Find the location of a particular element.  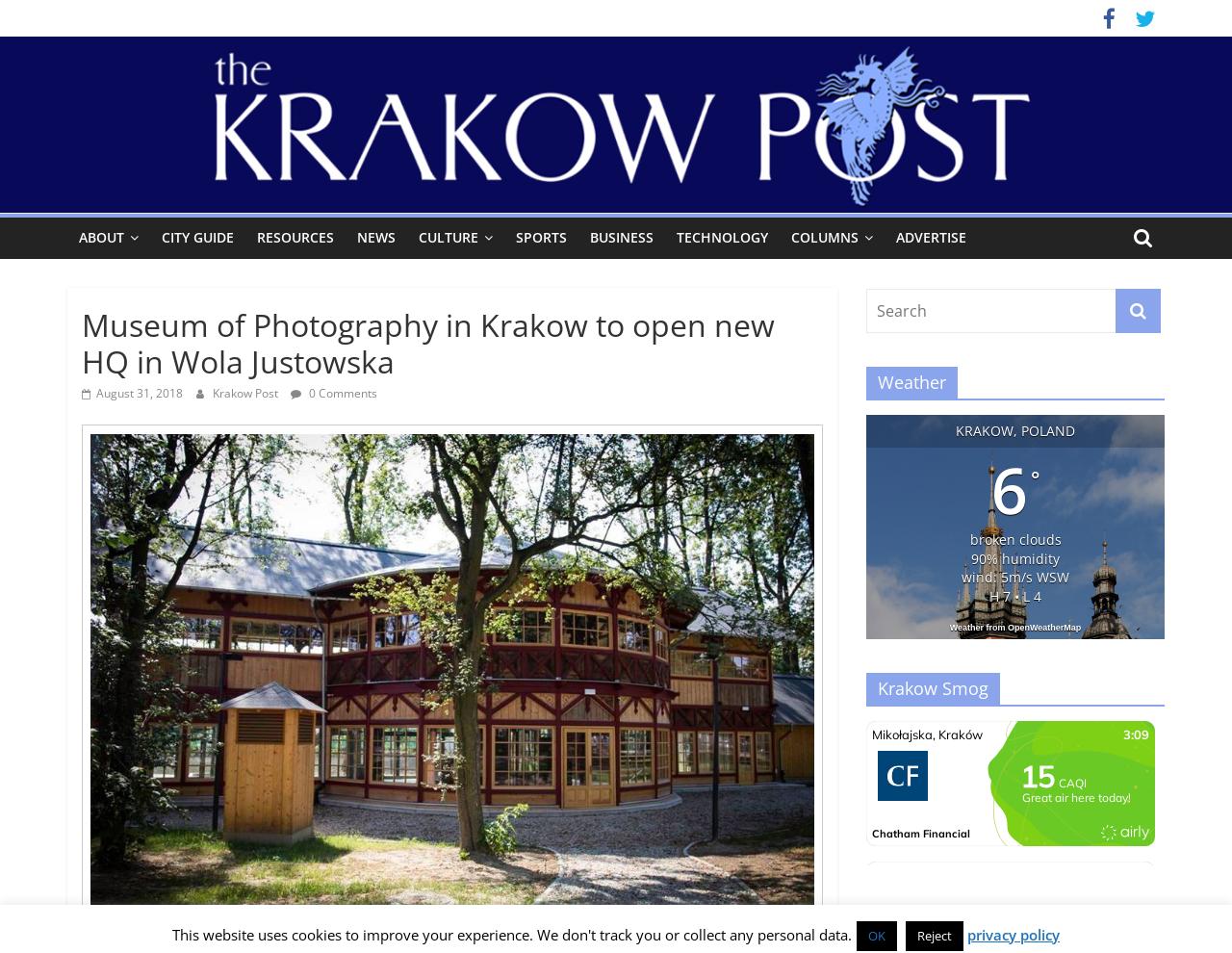

'Weather' is located at coordinates (911, 381).